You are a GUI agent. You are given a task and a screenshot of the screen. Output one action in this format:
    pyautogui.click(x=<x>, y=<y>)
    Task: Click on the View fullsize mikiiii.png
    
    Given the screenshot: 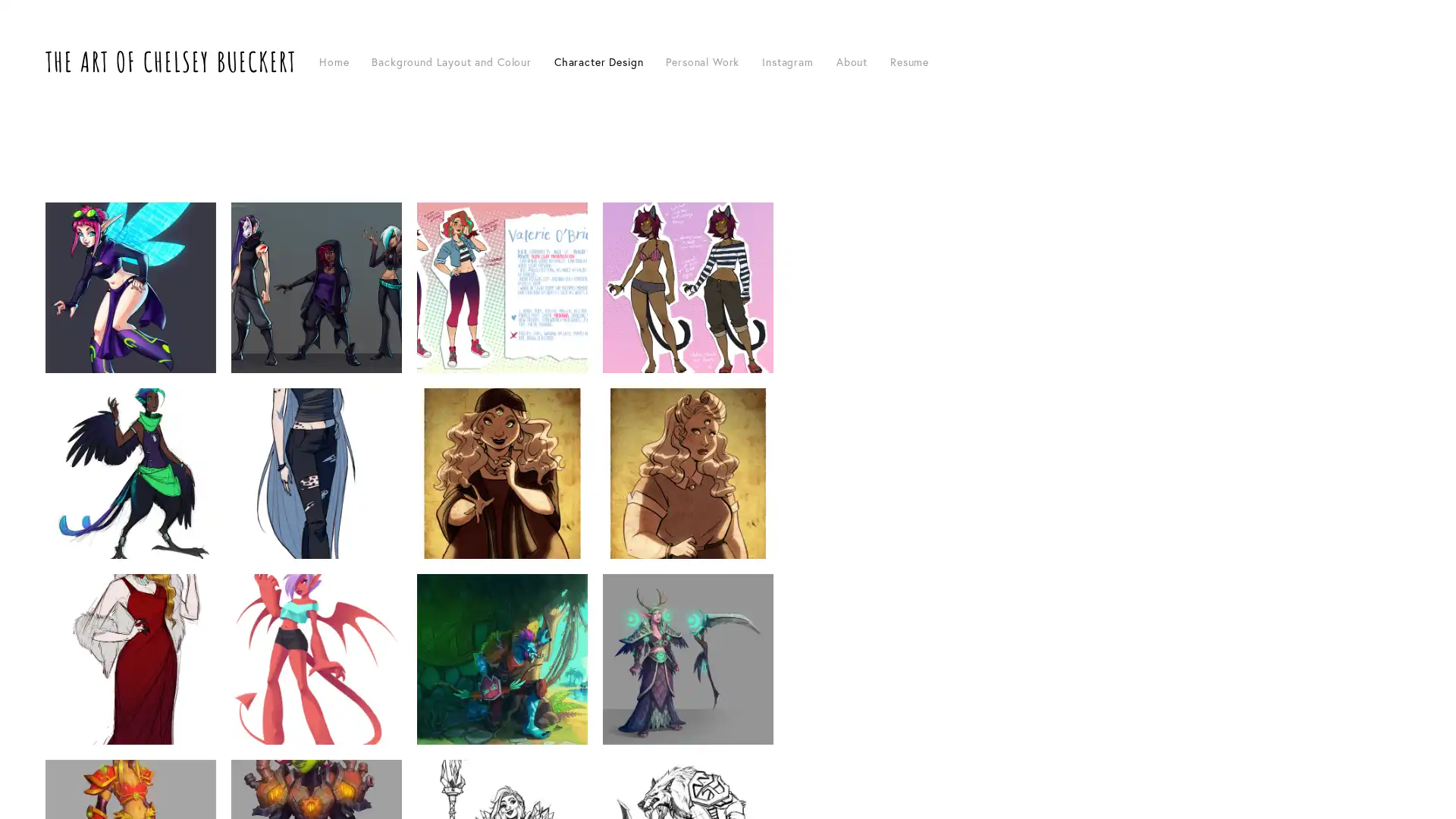 What is the action you would take?
    pyautogui.click(x=687, y=287)
    